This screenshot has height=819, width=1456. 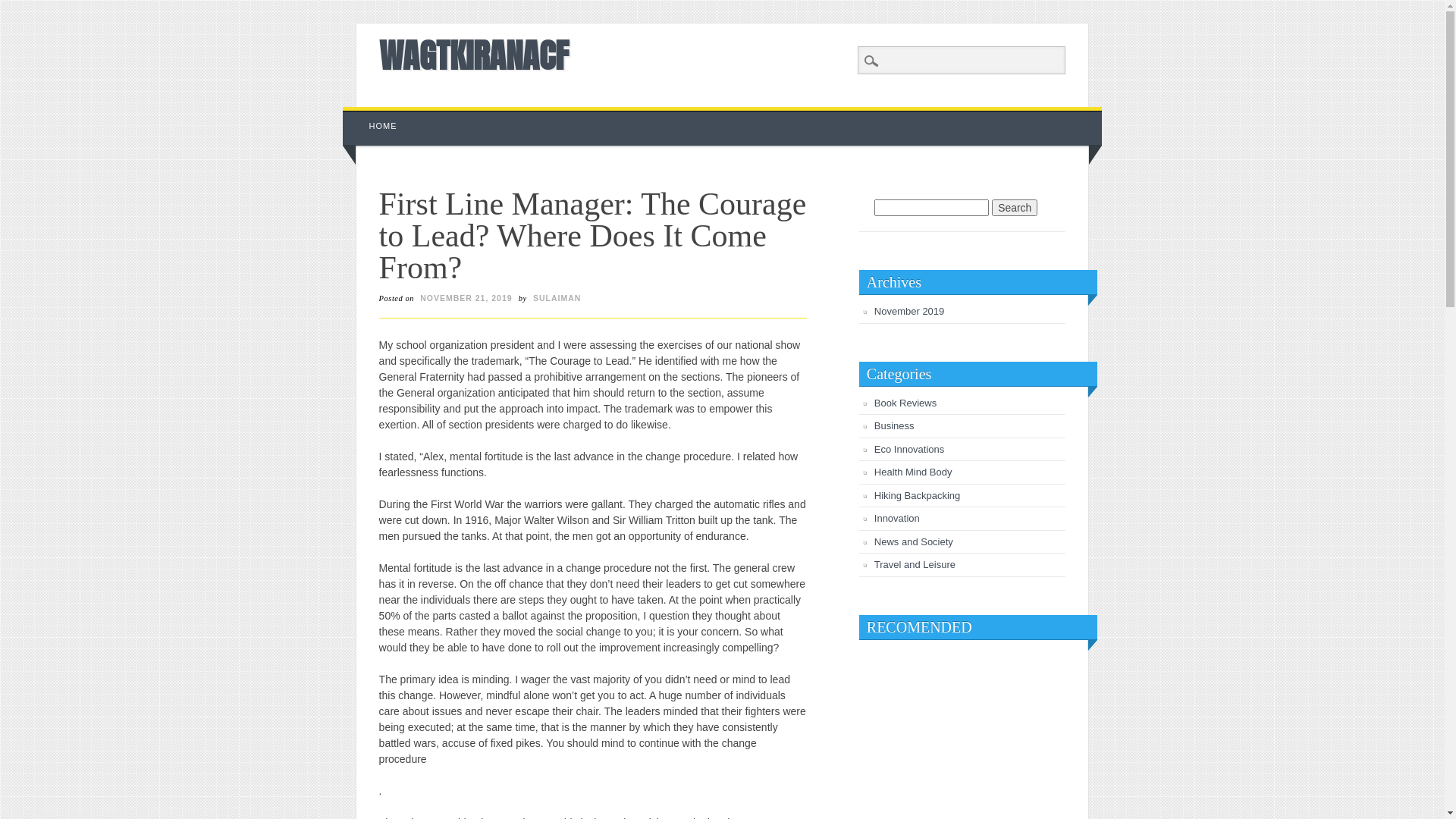 I want to click on 'Book Reviews', so click(x=905, y=402).